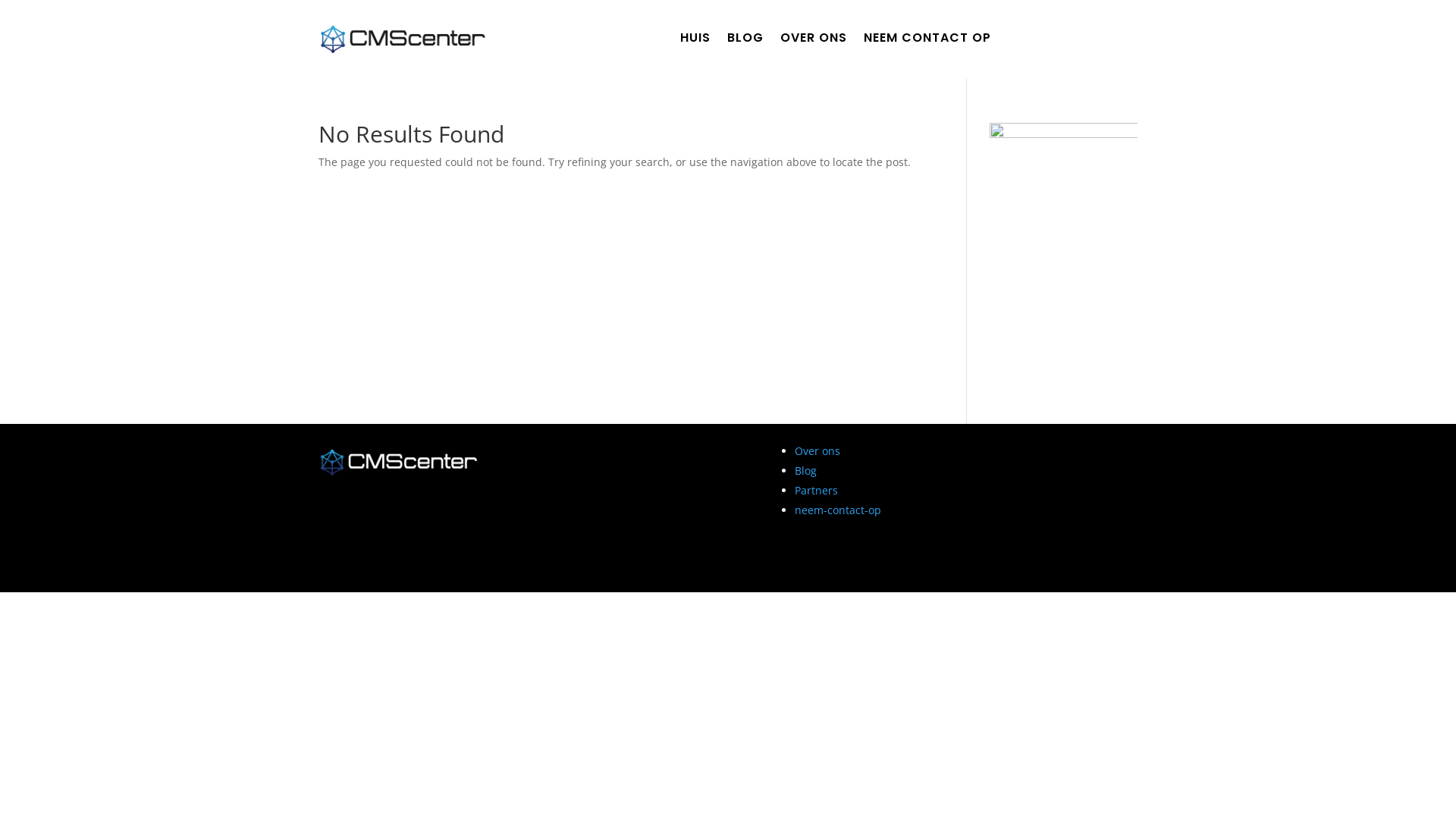 Image resolution: width=1456 pixels, height=819 pixels. What do you see at coordinates (815, 490) in the screenshot?
I see `'Partners'` at bounding box center [815, 490].